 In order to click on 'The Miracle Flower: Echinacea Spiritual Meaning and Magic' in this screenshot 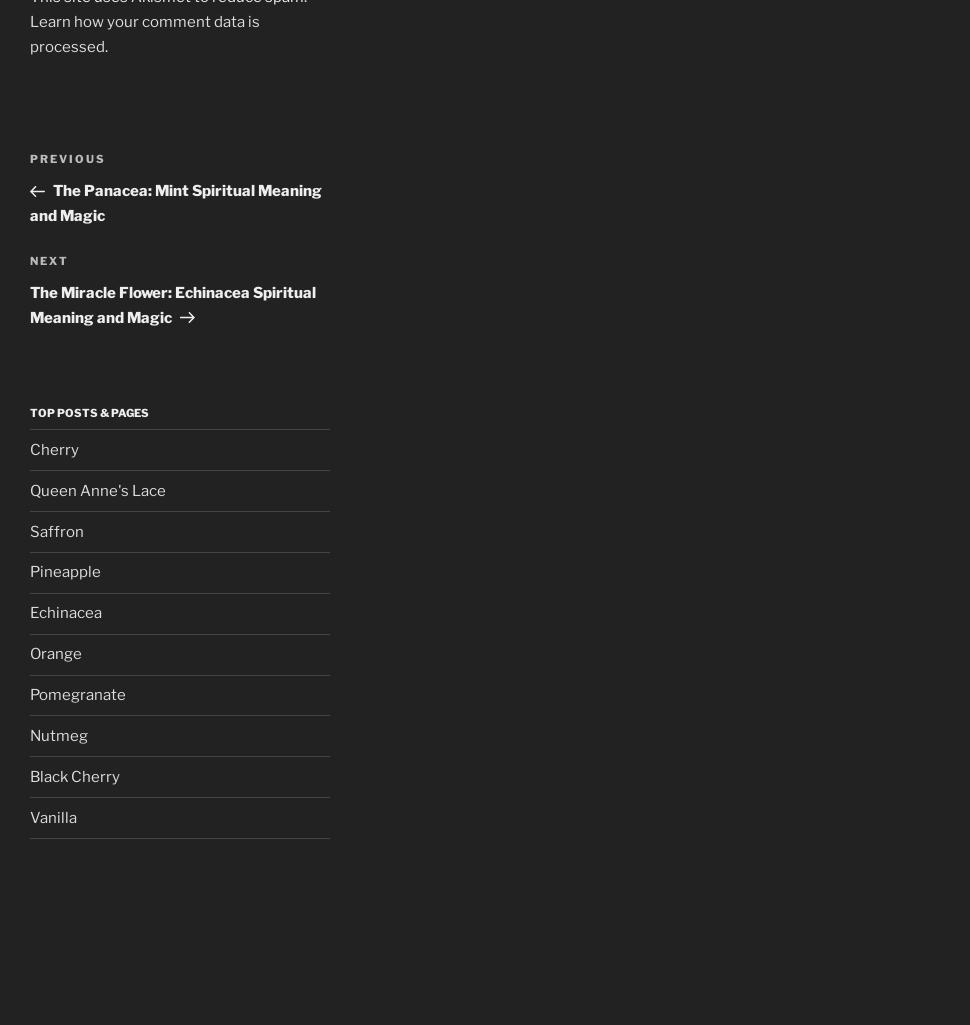, I will do `click(29, 304)`.